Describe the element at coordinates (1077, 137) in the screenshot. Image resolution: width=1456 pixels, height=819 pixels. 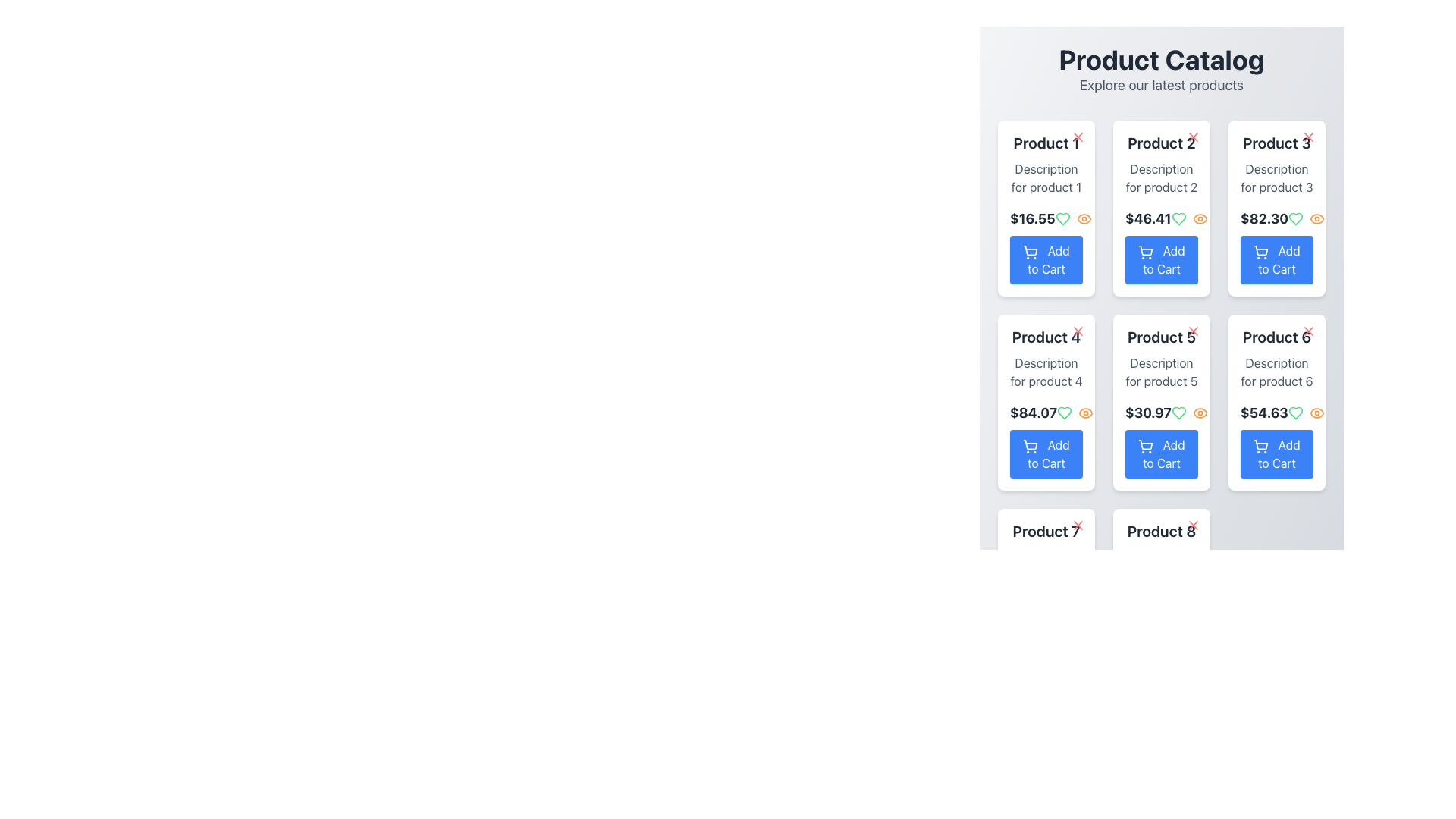
I see `the 'X'-shaped dismiss icon located in the top-right corner of the 'Product 1' card` at that location.